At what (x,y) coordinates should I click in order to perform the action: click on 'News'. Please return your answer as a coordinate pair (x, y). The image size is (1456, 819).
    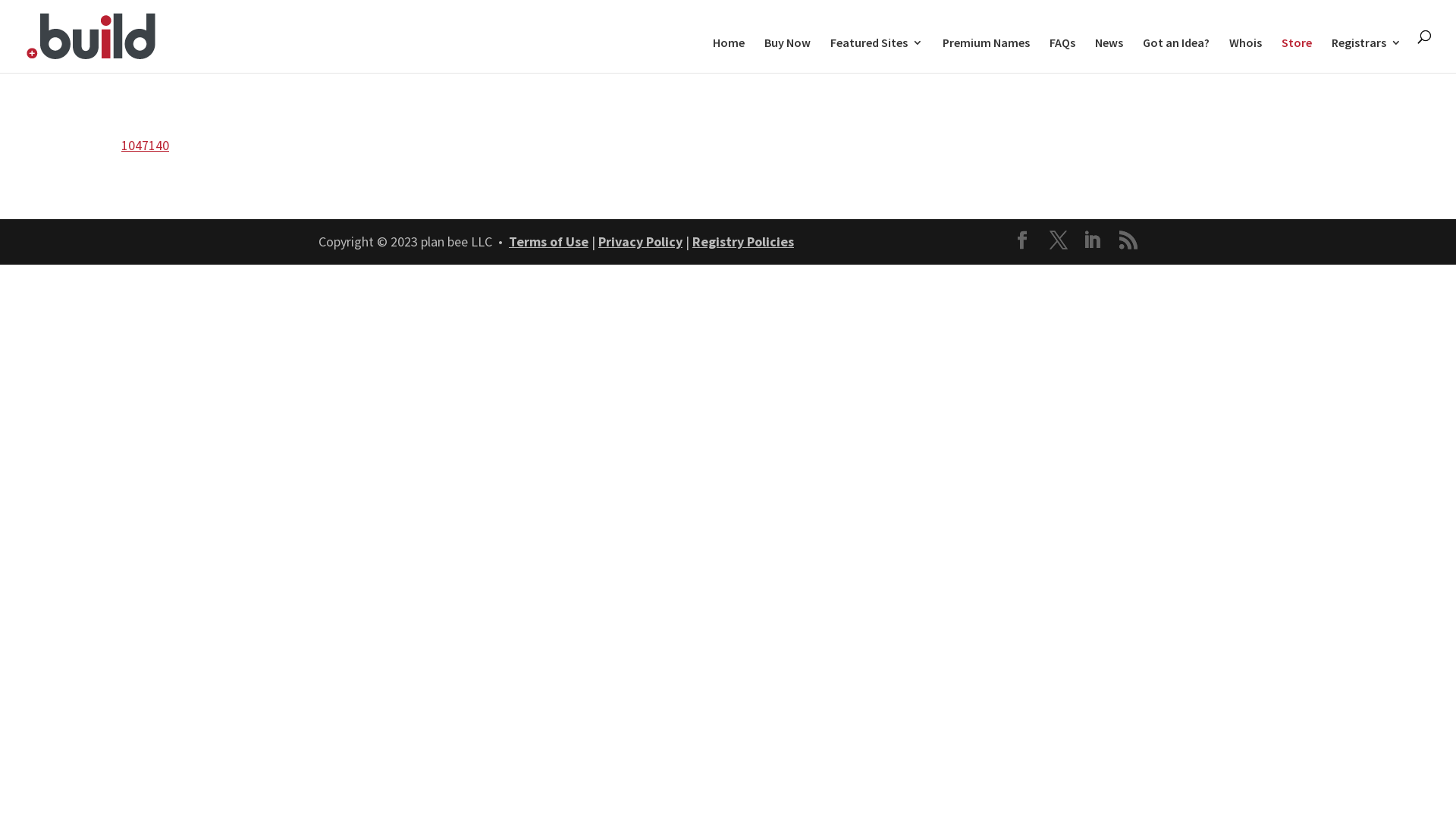
    Looking at the image, I should click on (1109, 54).